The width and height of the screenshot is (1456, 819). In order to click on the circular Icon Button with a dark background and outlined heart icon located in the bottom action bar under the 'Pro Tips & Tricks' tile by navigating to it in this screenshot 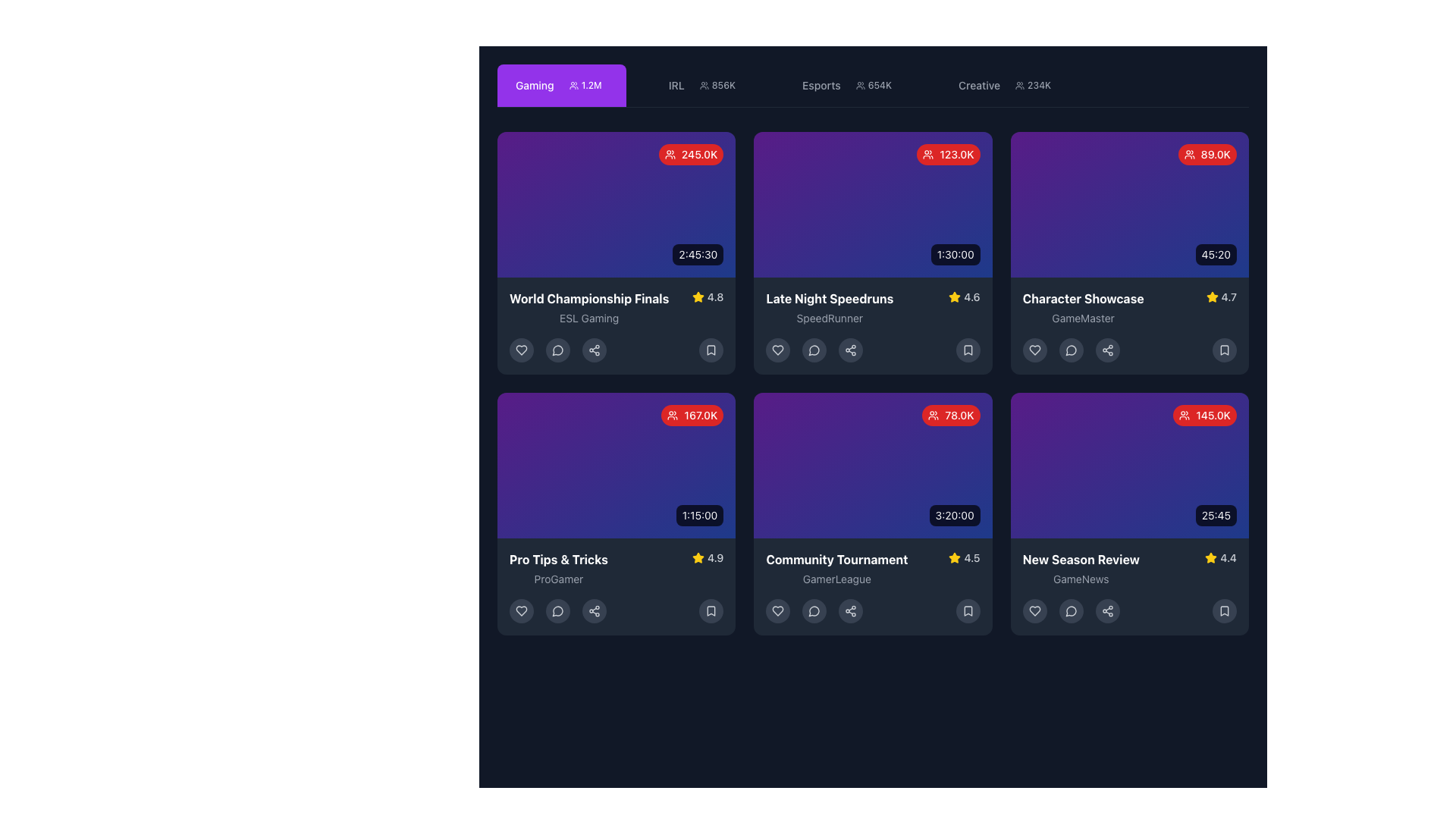, I will do `click(521, 610)`.